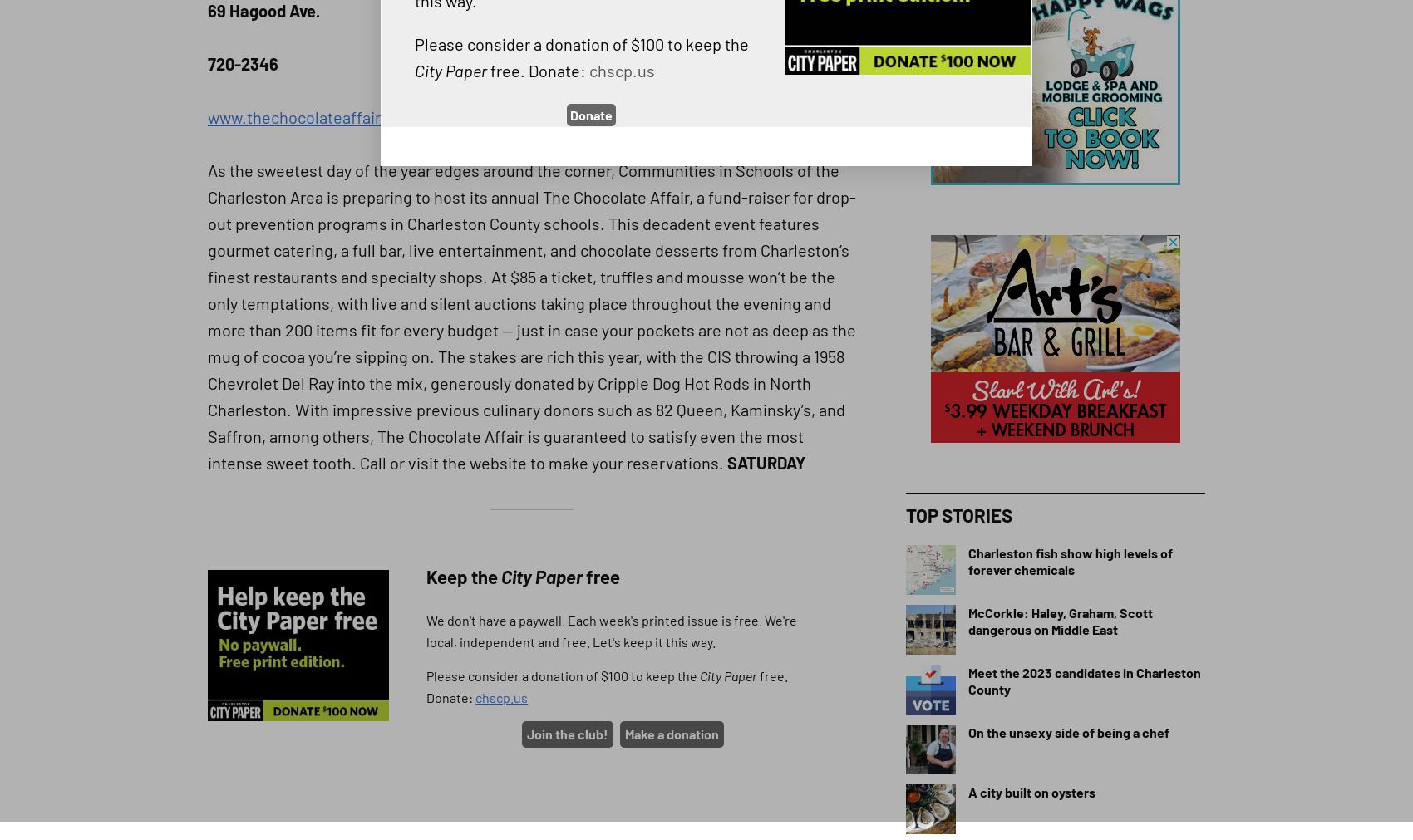 This screenshot has width=1413, height=840. What do you see at coordinates (307, 115) in the screenshot?
I see `'www.thechocolateaffair.net'` at bounding box center [307, 115].